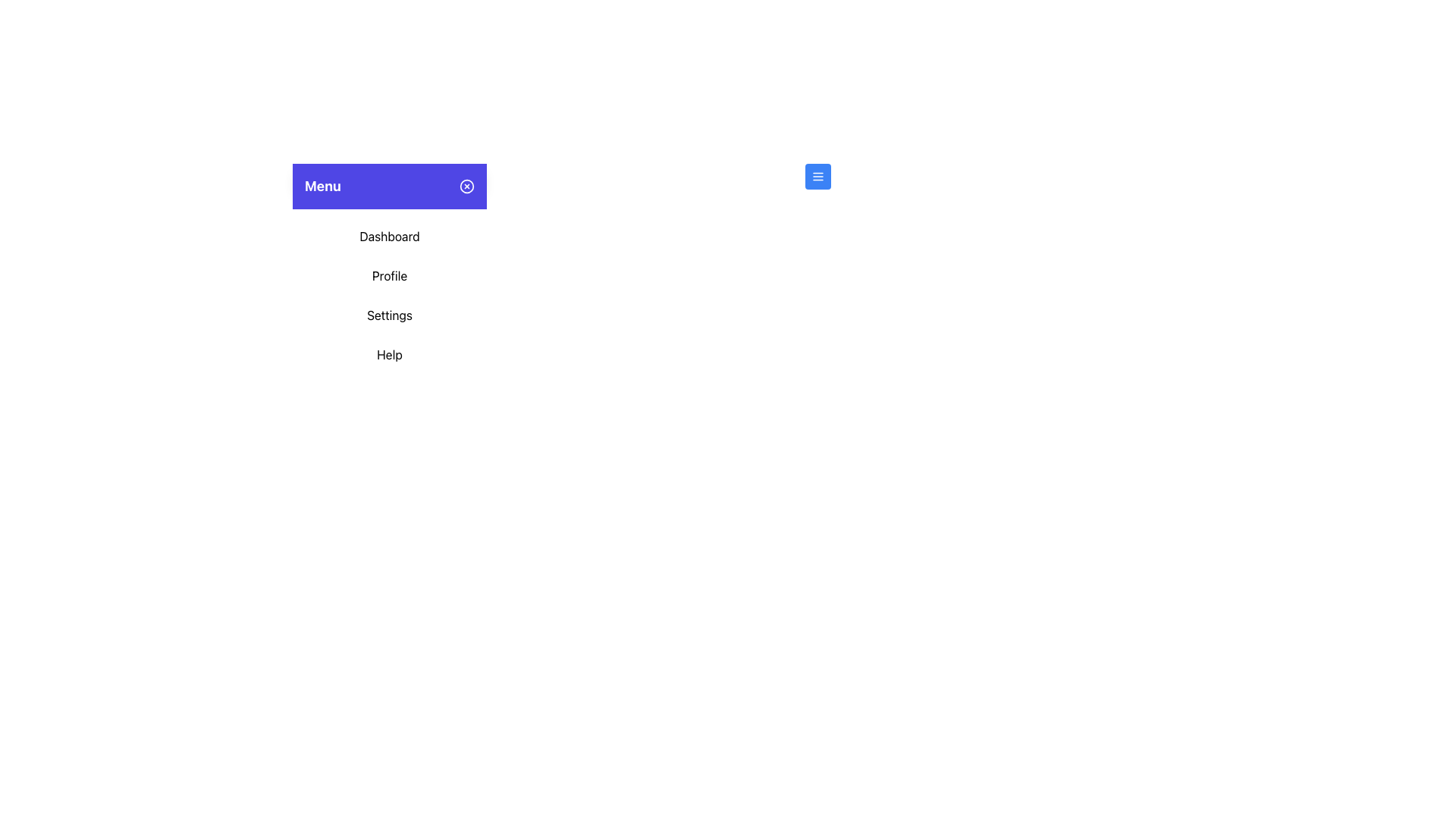 This screenshot has width=1456, height=819. Describe the element at coordinates (389, 237) in the screenshot. I see `the first button labeled 'Dashboard' located below the 'Menu' header` at that location.